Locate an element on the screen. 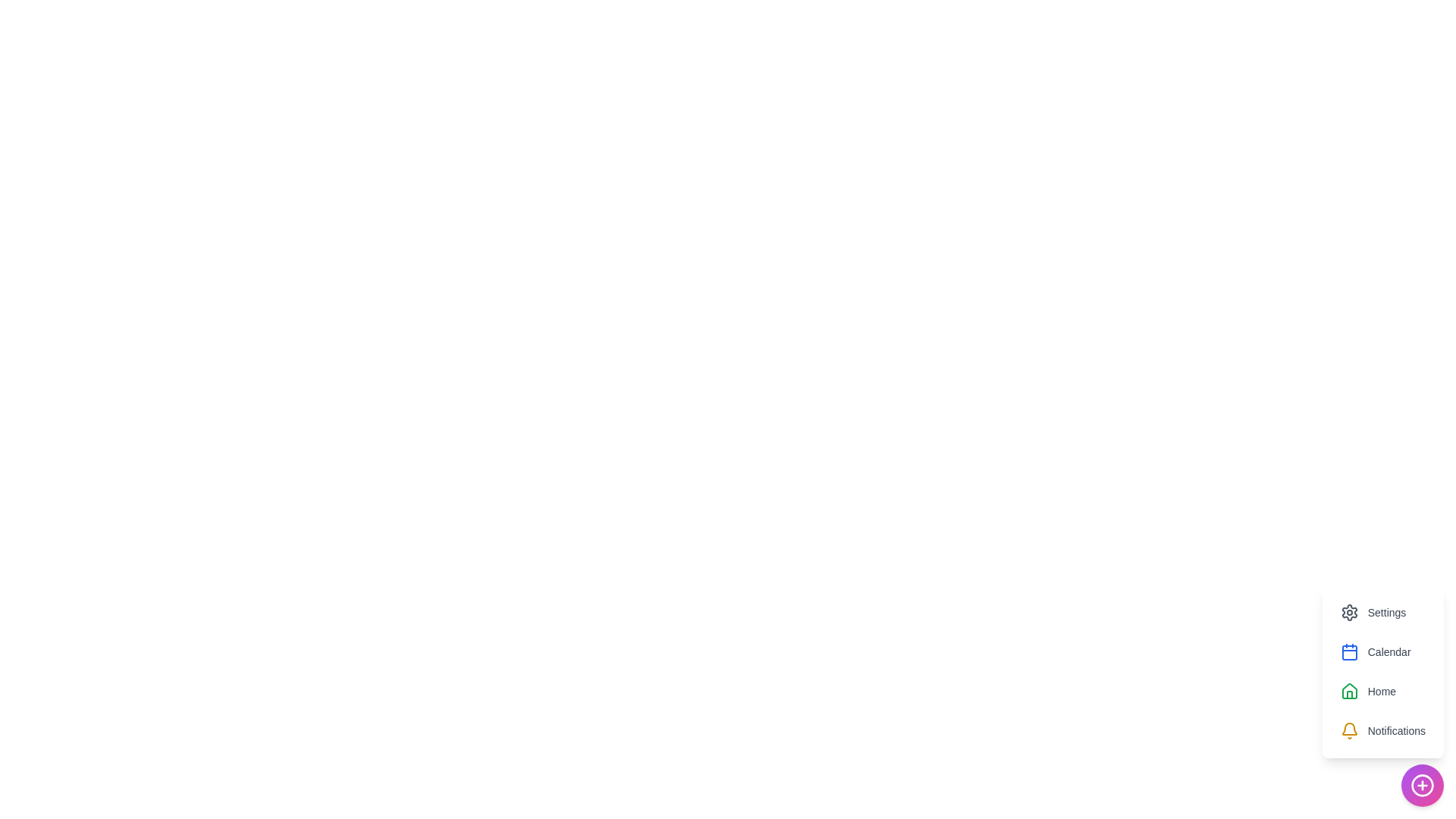 The image size is (1456, 819). the Home option from the menu is located at coordinates (1368, 691).